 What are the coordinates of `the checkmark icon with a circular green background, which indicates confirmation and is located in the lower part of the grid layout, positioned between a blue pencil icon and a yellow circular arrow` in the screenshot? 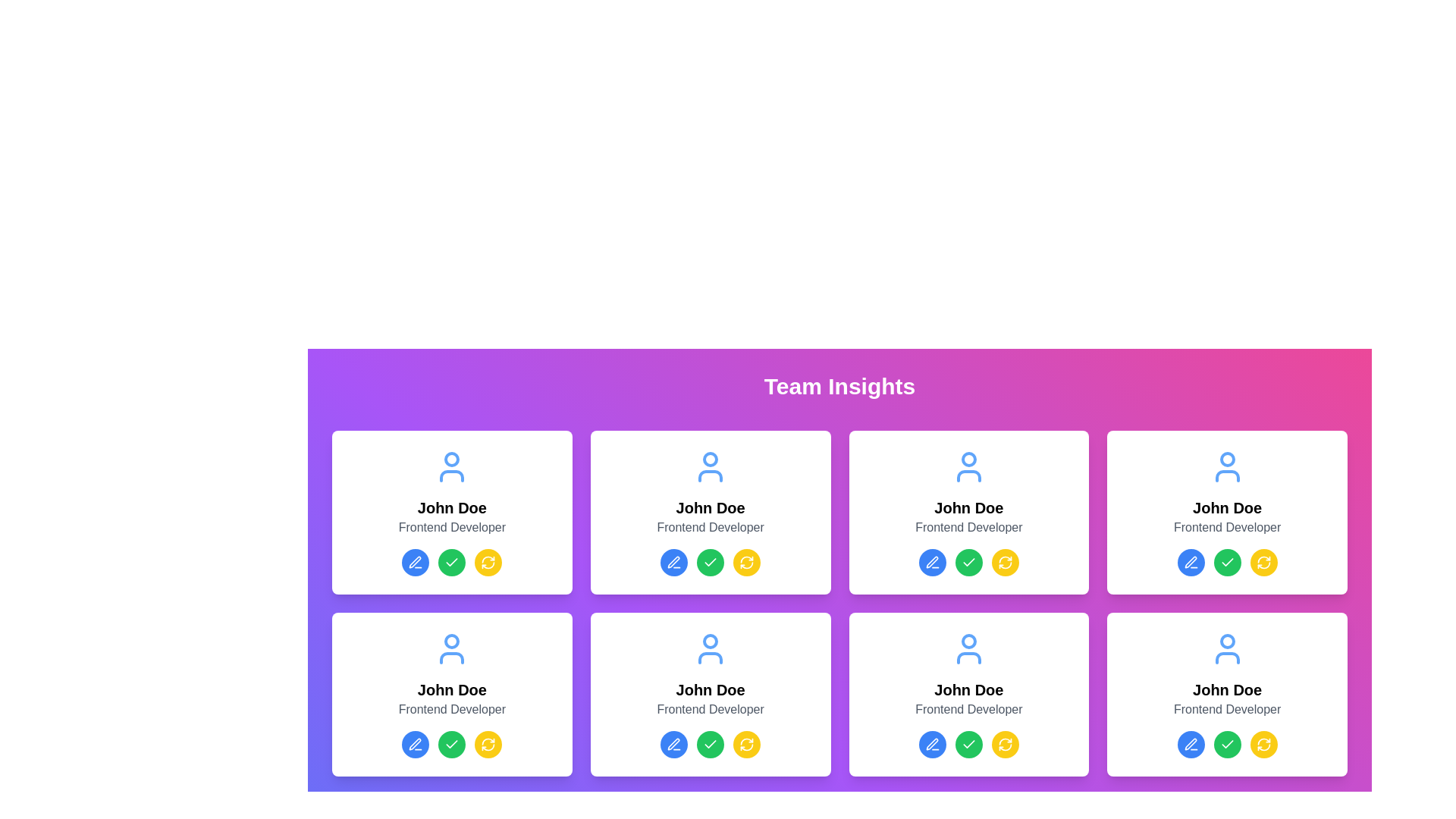 It's located at (968, 743).